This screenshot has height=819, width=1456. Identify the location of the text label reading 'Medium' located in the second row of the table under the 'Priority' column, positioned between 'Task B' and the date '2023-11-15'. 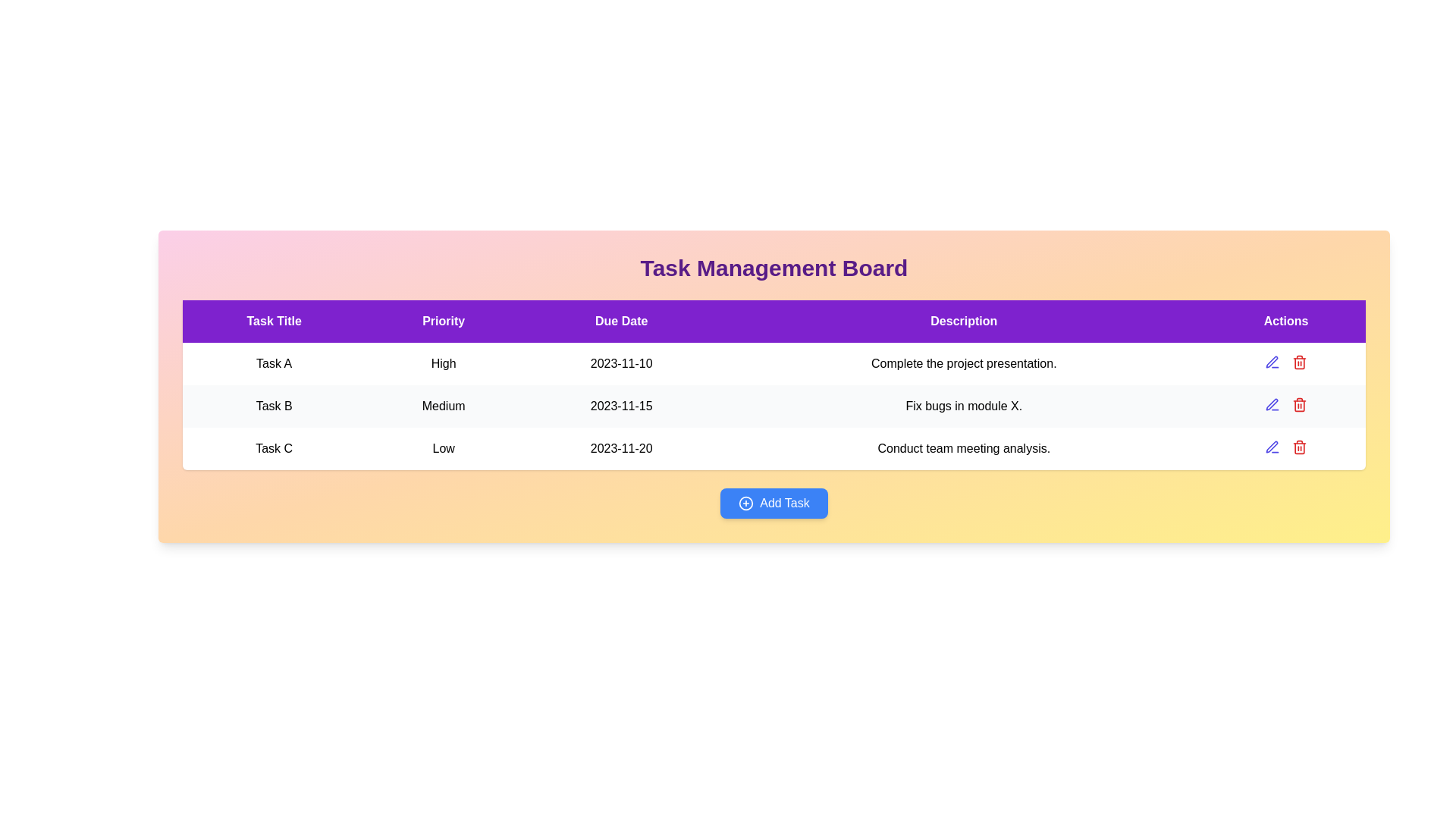
(443, 406).